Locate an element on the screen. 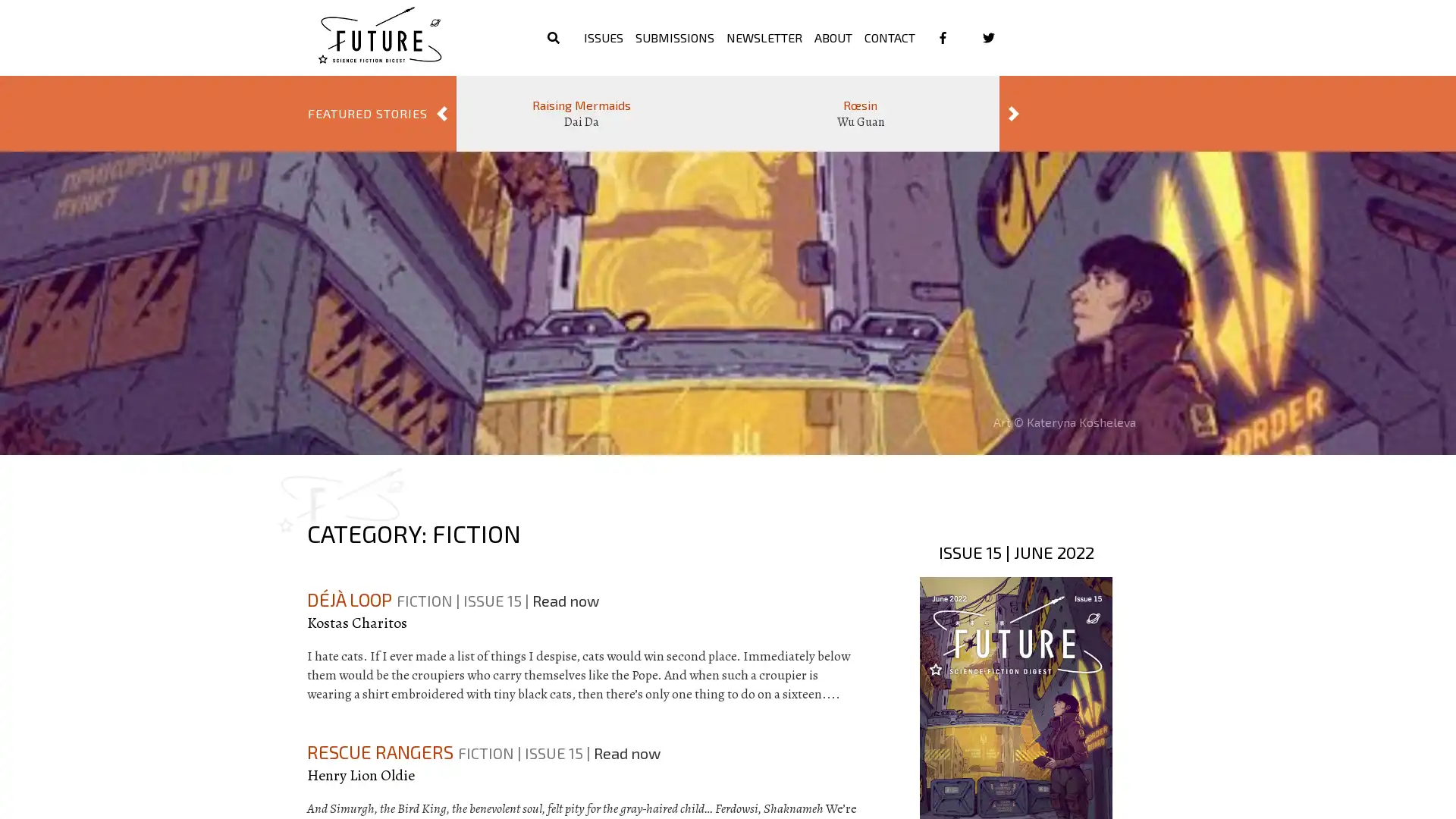  Previous is located at coordinates (441, 113).